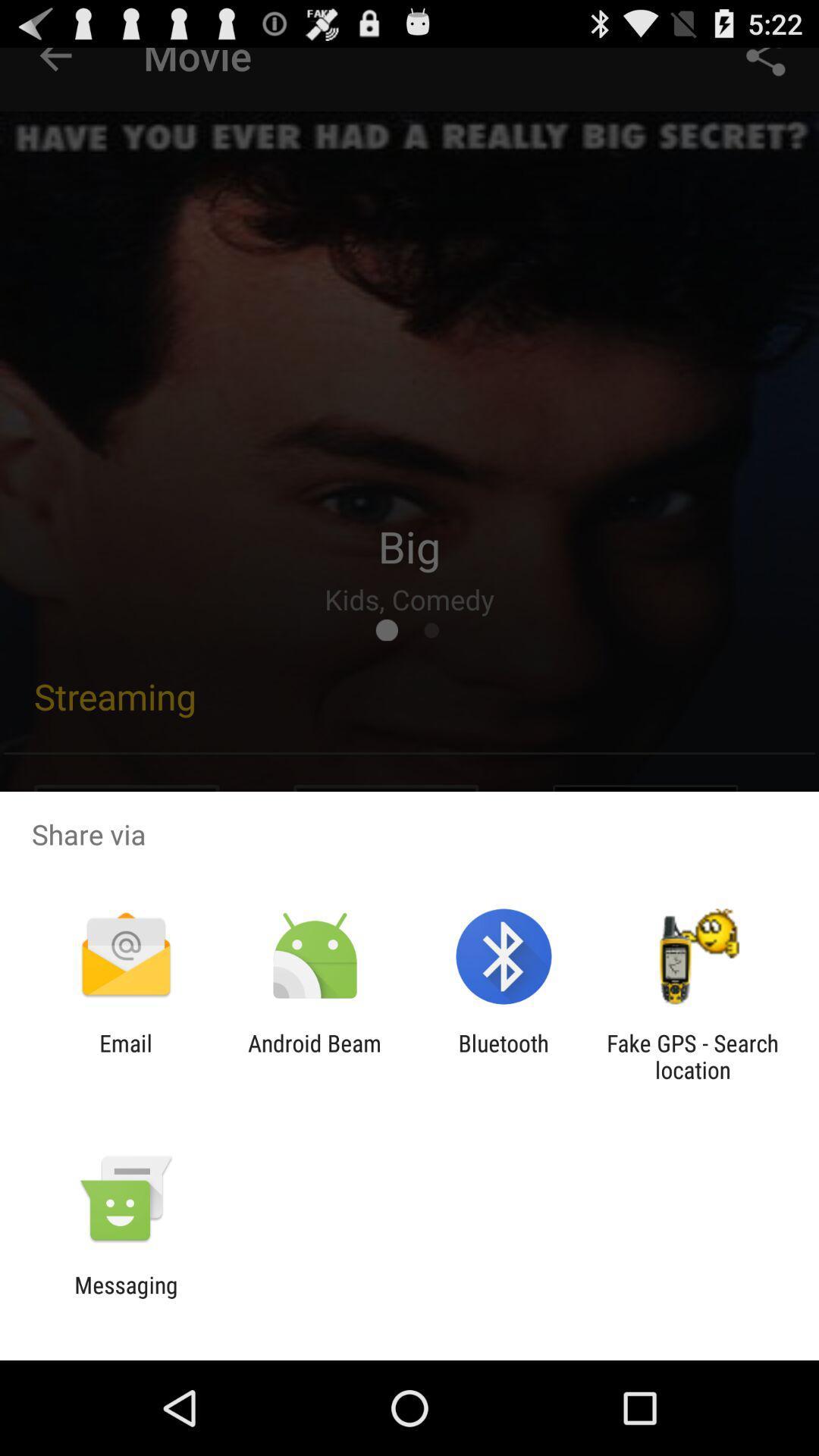 The width and height of the screenshot is (819, 1456). Describe the element at coordinates (504, 1056) in the screenshot. I see `the icon next to fake gps search app` at that location.